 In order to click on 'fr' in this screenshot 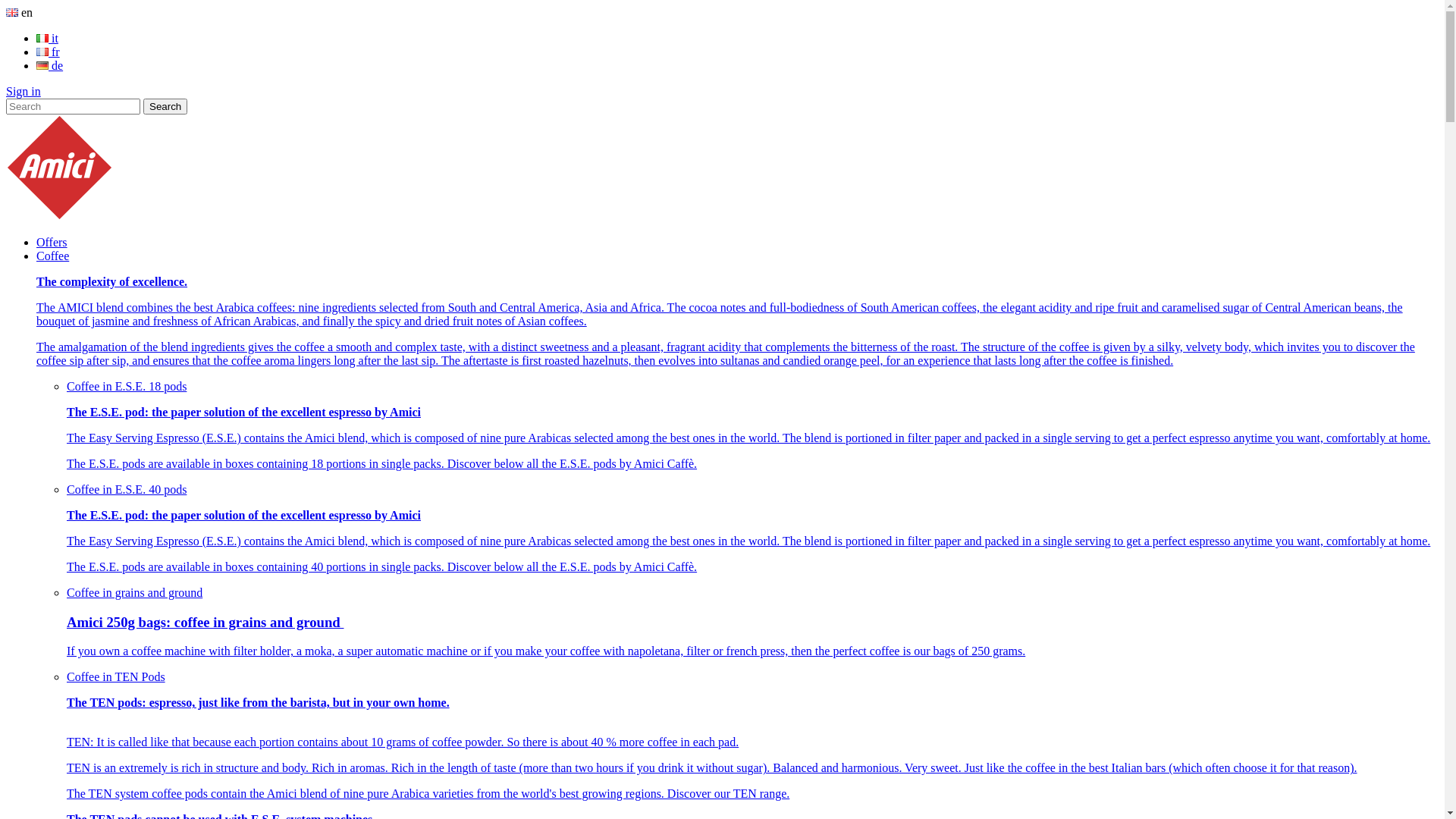, I will do `click(48, 51)`.